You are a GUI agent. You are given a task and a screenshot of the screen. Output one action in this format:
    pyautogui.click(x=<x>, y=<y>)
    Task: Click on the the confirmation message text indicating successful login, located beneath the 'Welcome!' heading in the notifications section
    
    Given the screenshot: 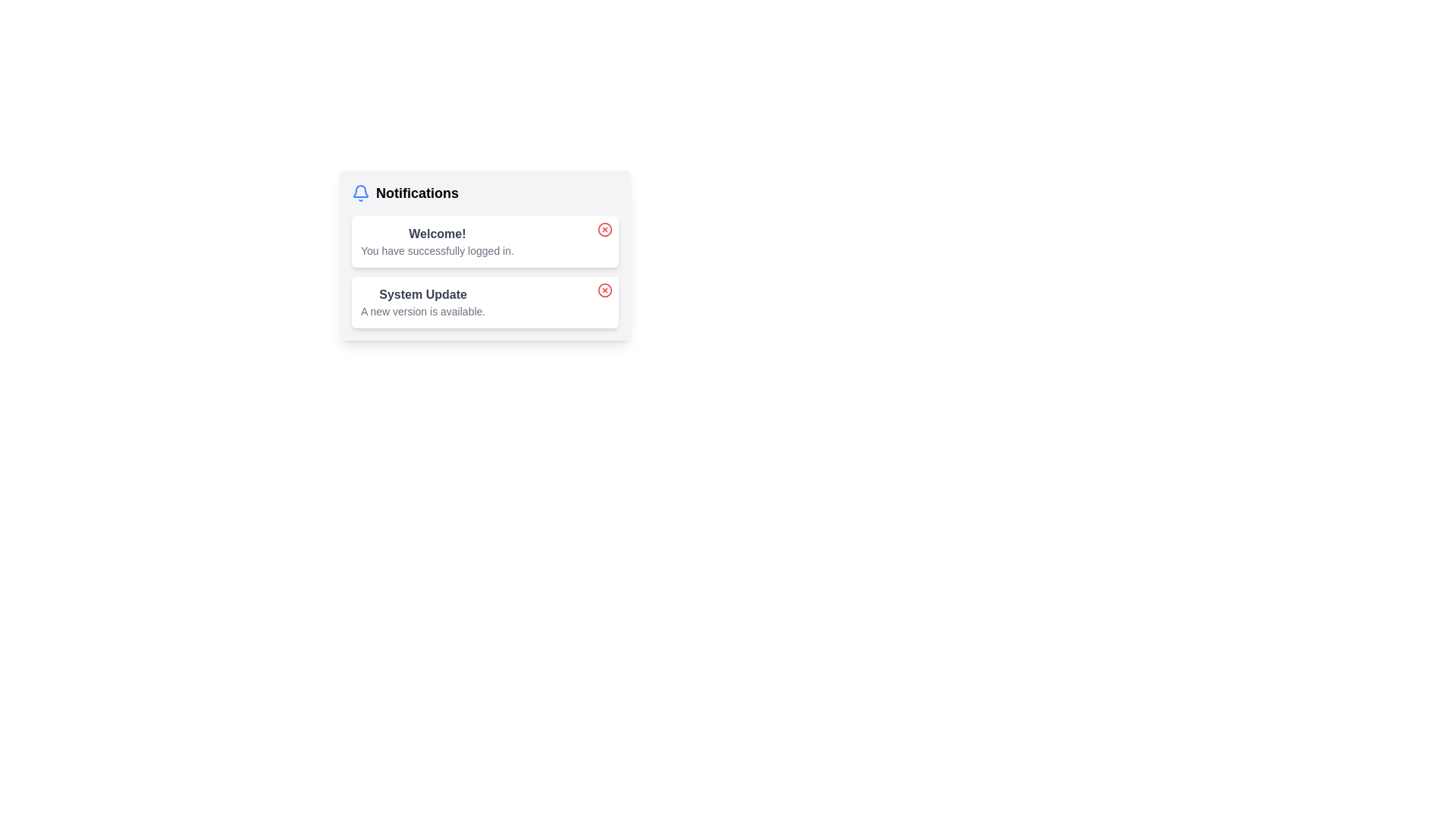 What is the action you would take?
    pyautogui.click(x=436, y=250)
    